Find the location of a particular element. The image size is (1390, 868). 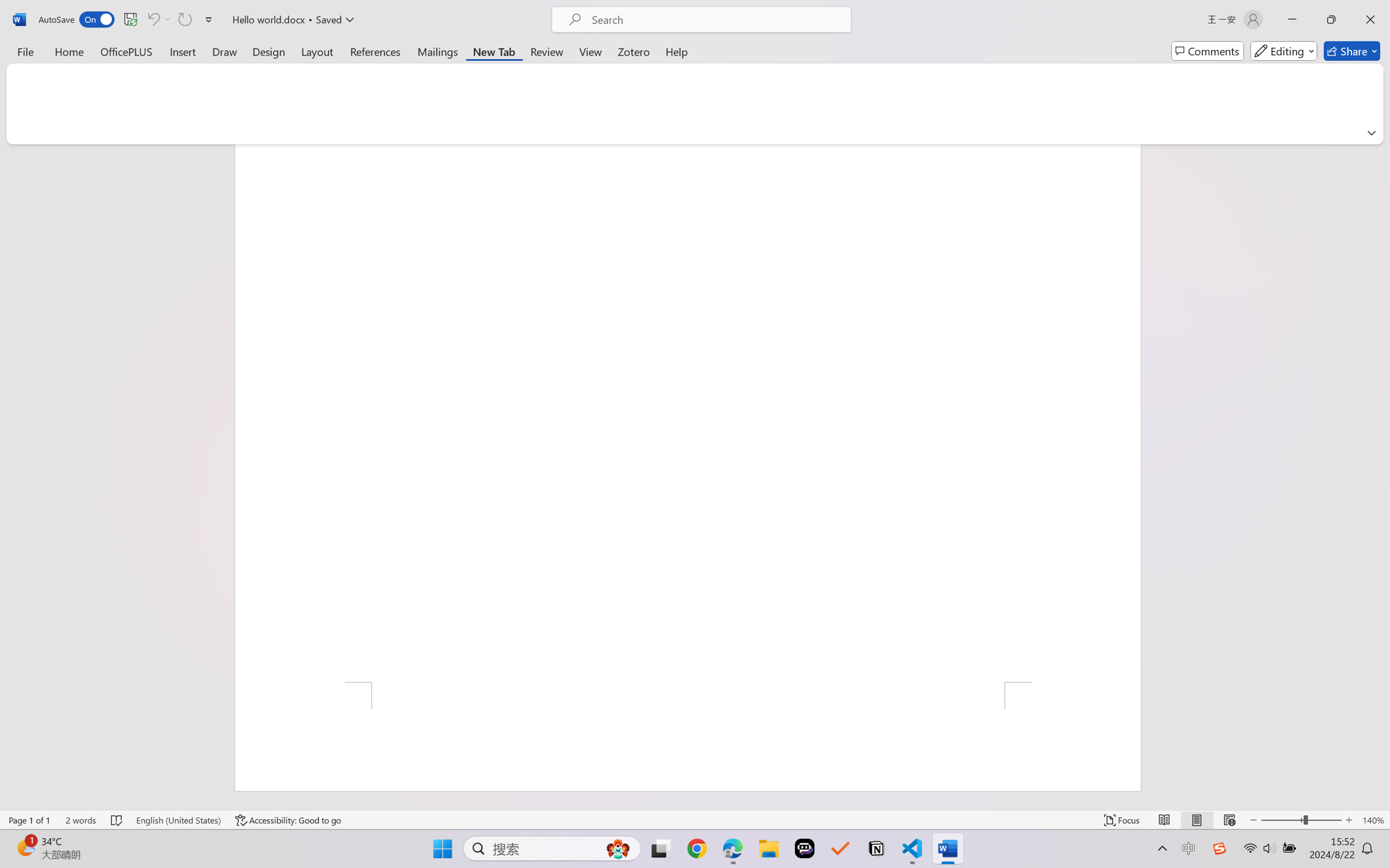

'AutoSave' is located at coordinates (76, 19).